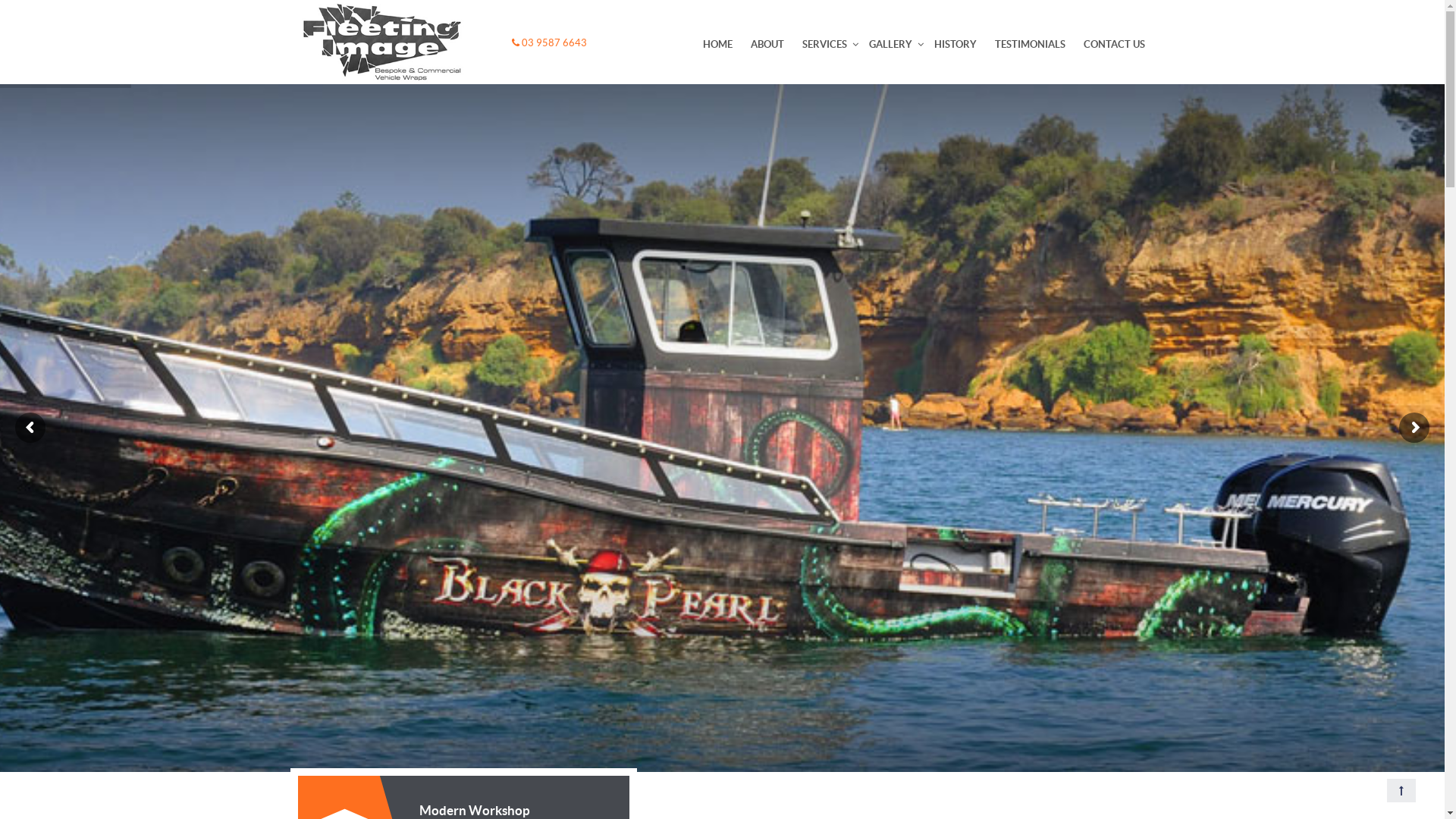 The height and width of the screenshot is (819, 1456). Describe the element at coordinates (548, 42) in the screenshot. I see `'03 9587 6643'` at that location.